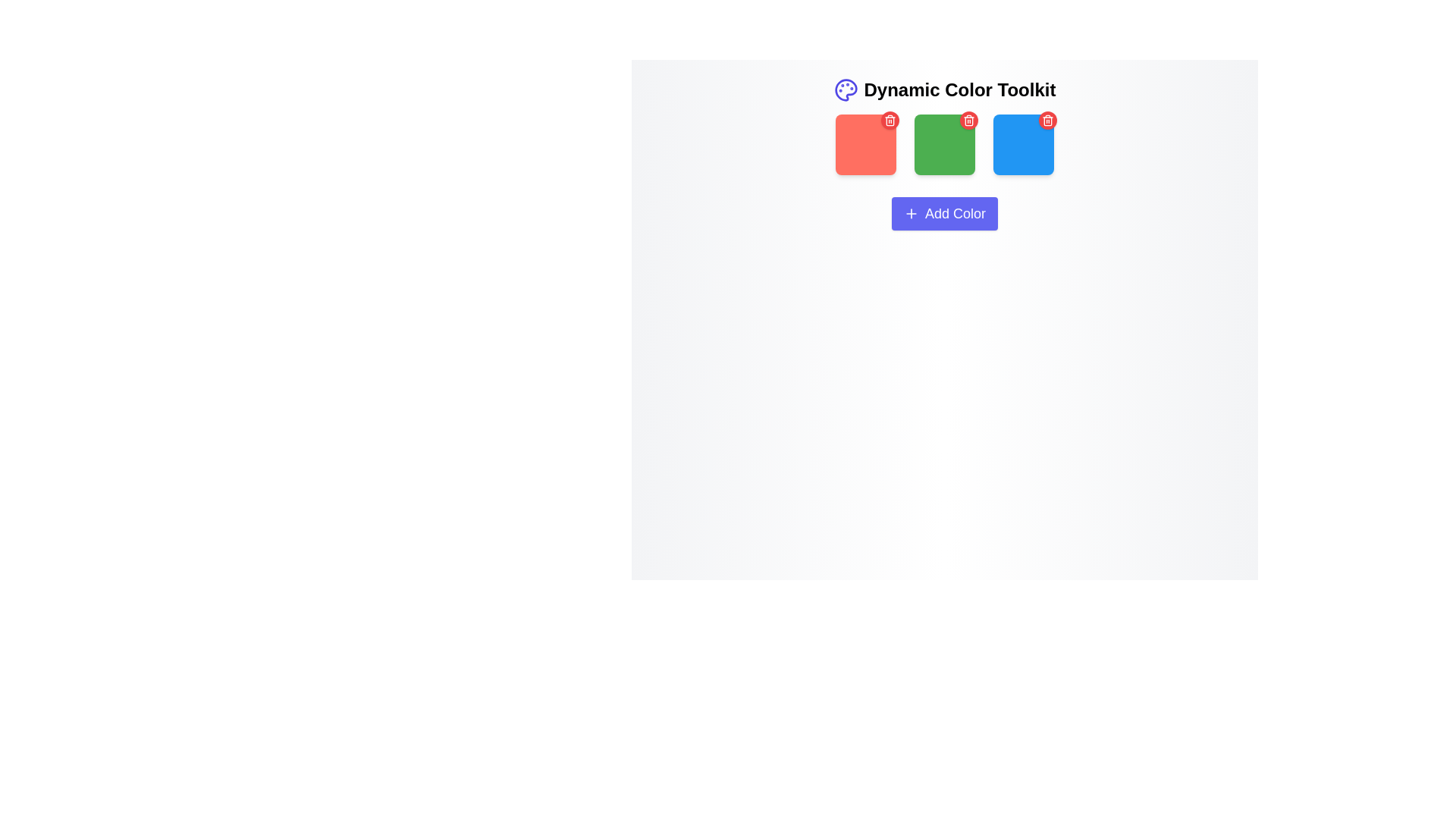 Image resolution: width=1456 pixels, height=819 pixels. I want to click on the delete button located in the top-right corner of the green square to observe the hover effect, so click(968, 119).